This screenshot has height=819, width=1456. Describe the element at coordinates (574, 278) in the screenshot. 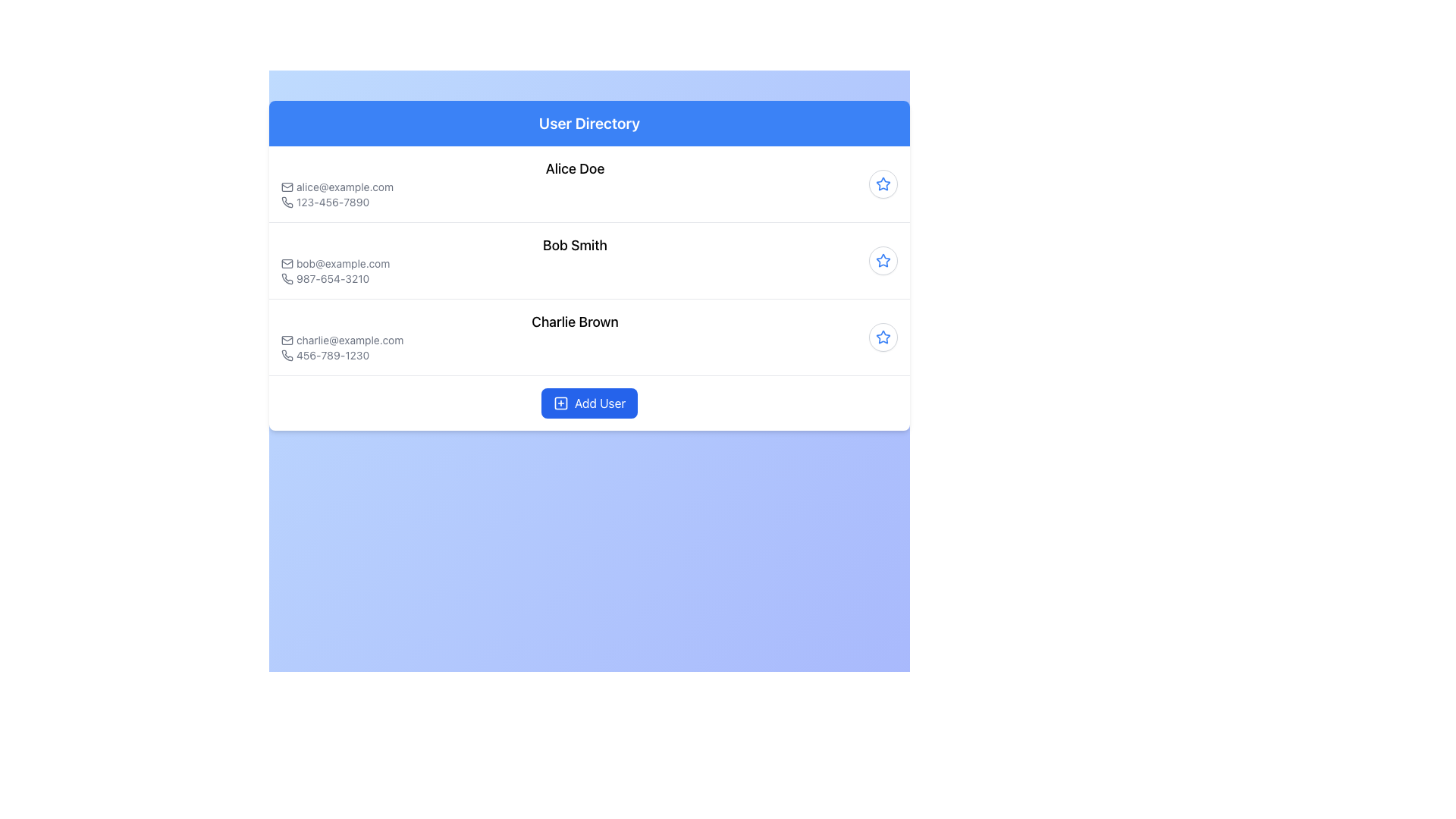

I see `the text label displaying the phone number '987-654-3210'` at that location.